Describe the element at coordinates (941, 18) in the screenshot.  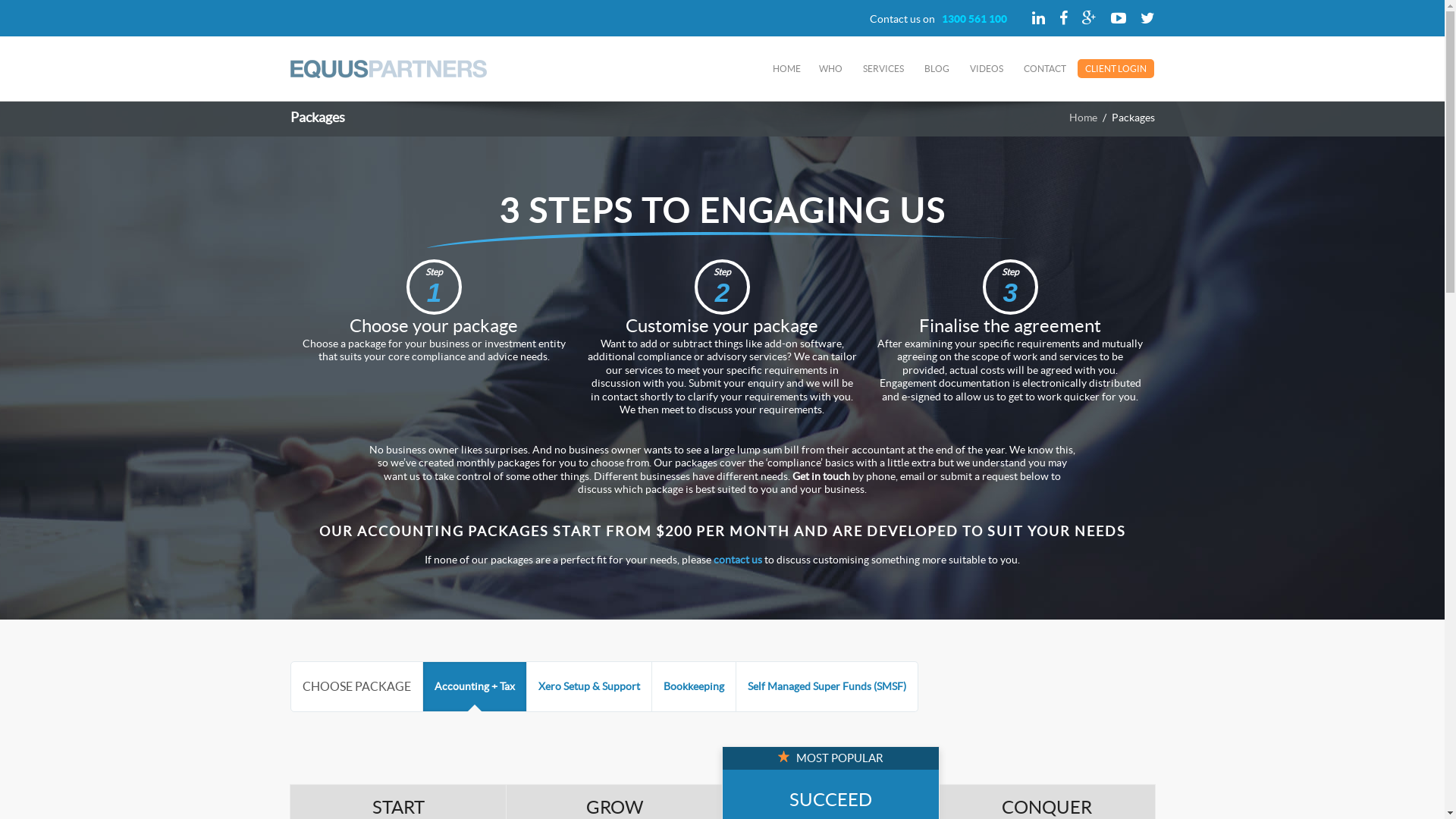
I see `'1300 561 100'` at that location.